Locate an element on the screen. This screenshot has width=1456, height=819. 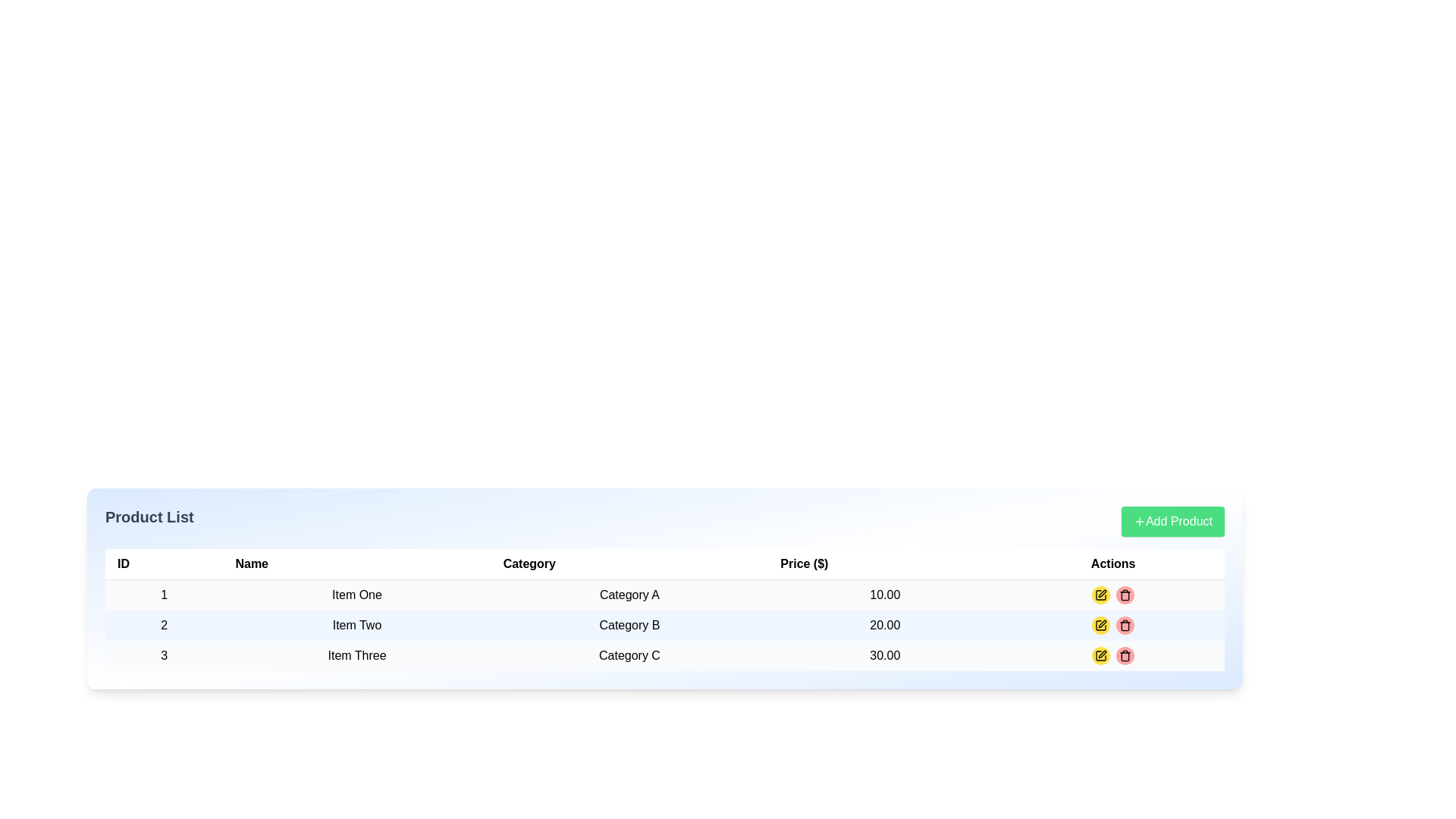
the circular red button with a trash can icon is located at coordinates (1125, 654).